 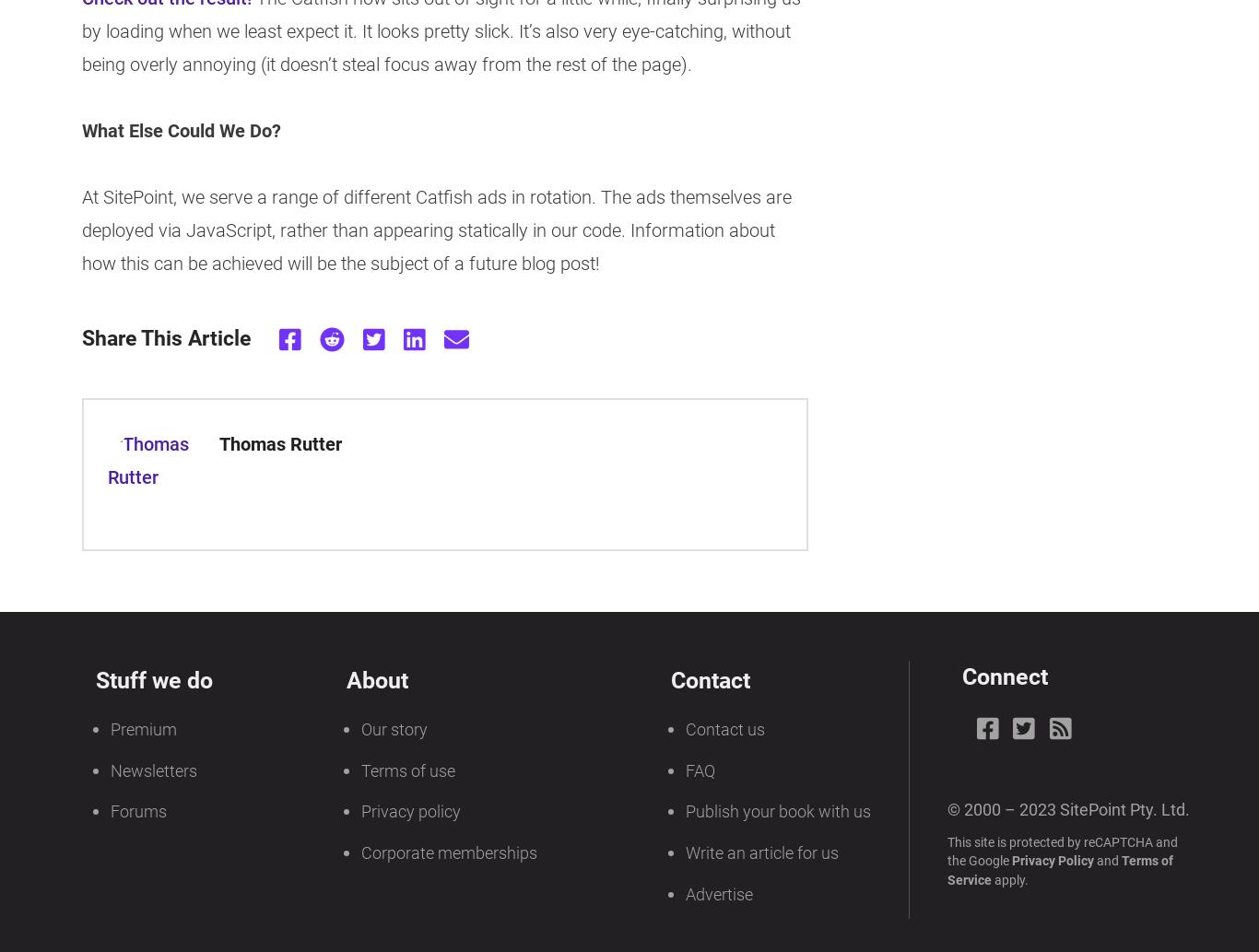 What do you see at coordinates (165, 337) in the screenshot?
I see `'Share This Article'` at bounding box center [165, 337].